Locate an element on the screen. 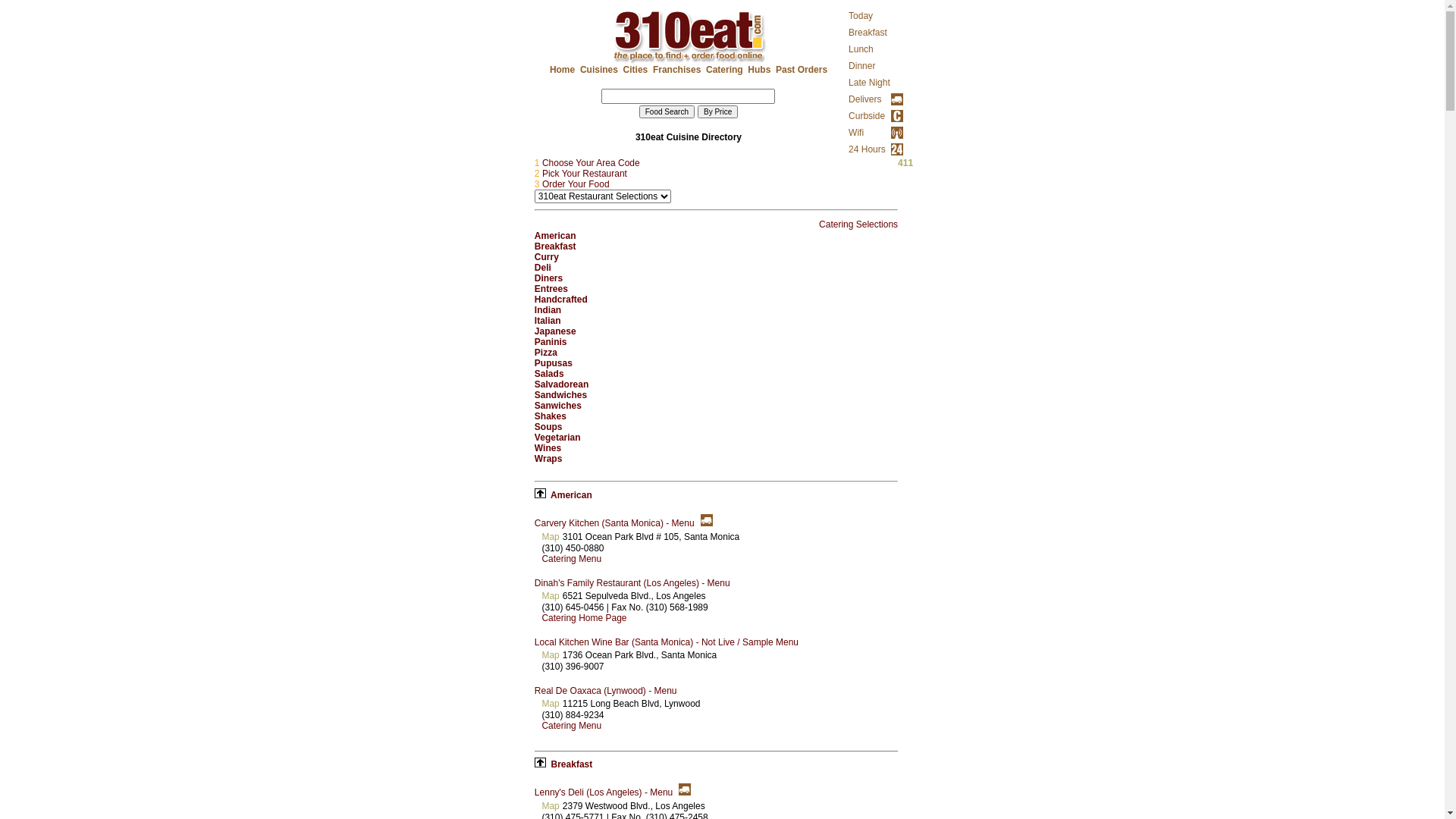 This screenshot has width=1456, height=819. 'Salvadorean' is located at coordinates (560, 383).